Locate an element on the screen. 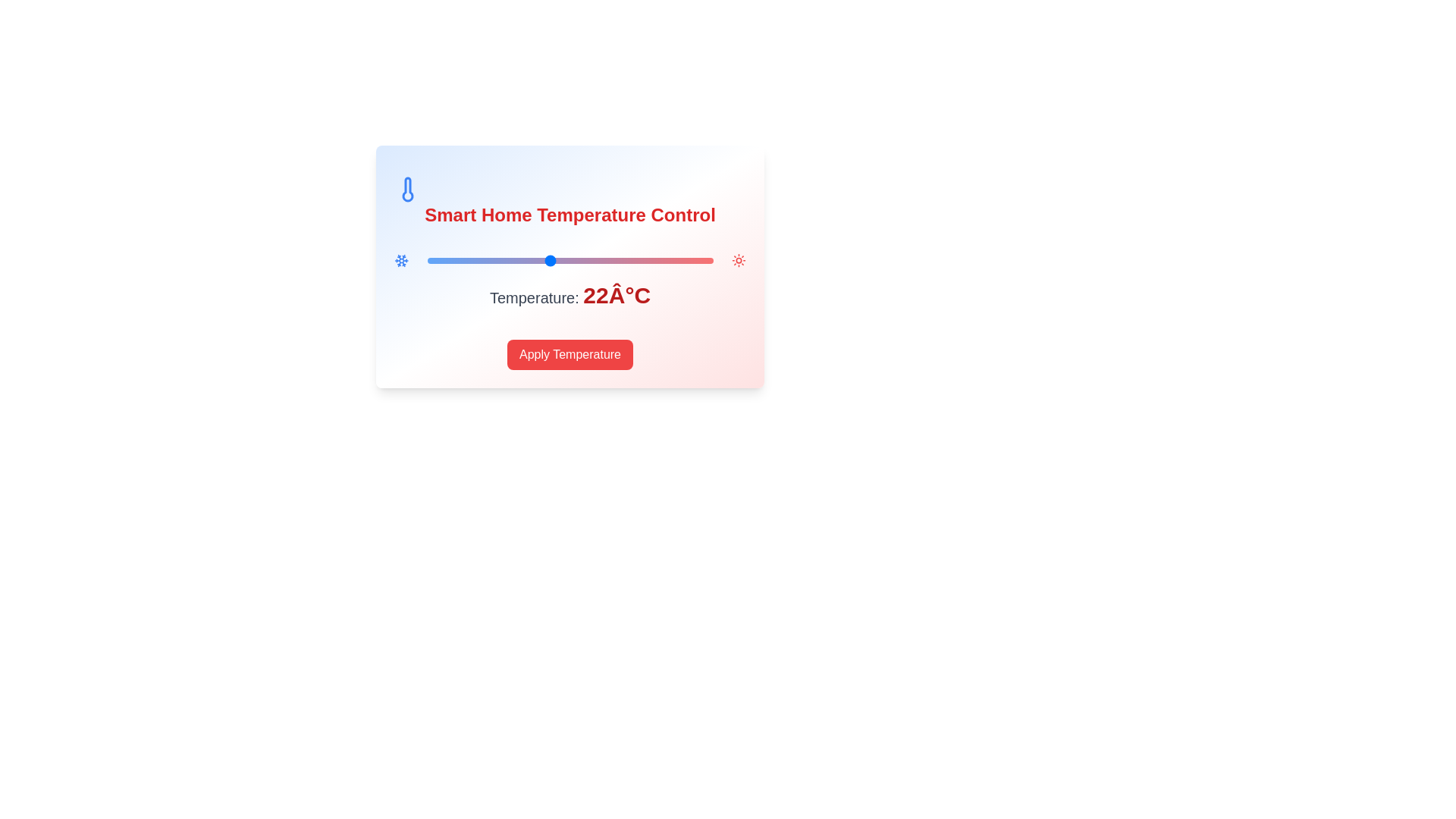 This screenshot has height=819, width=1456. the header text to examine its content is located at coordinates (570, 201).